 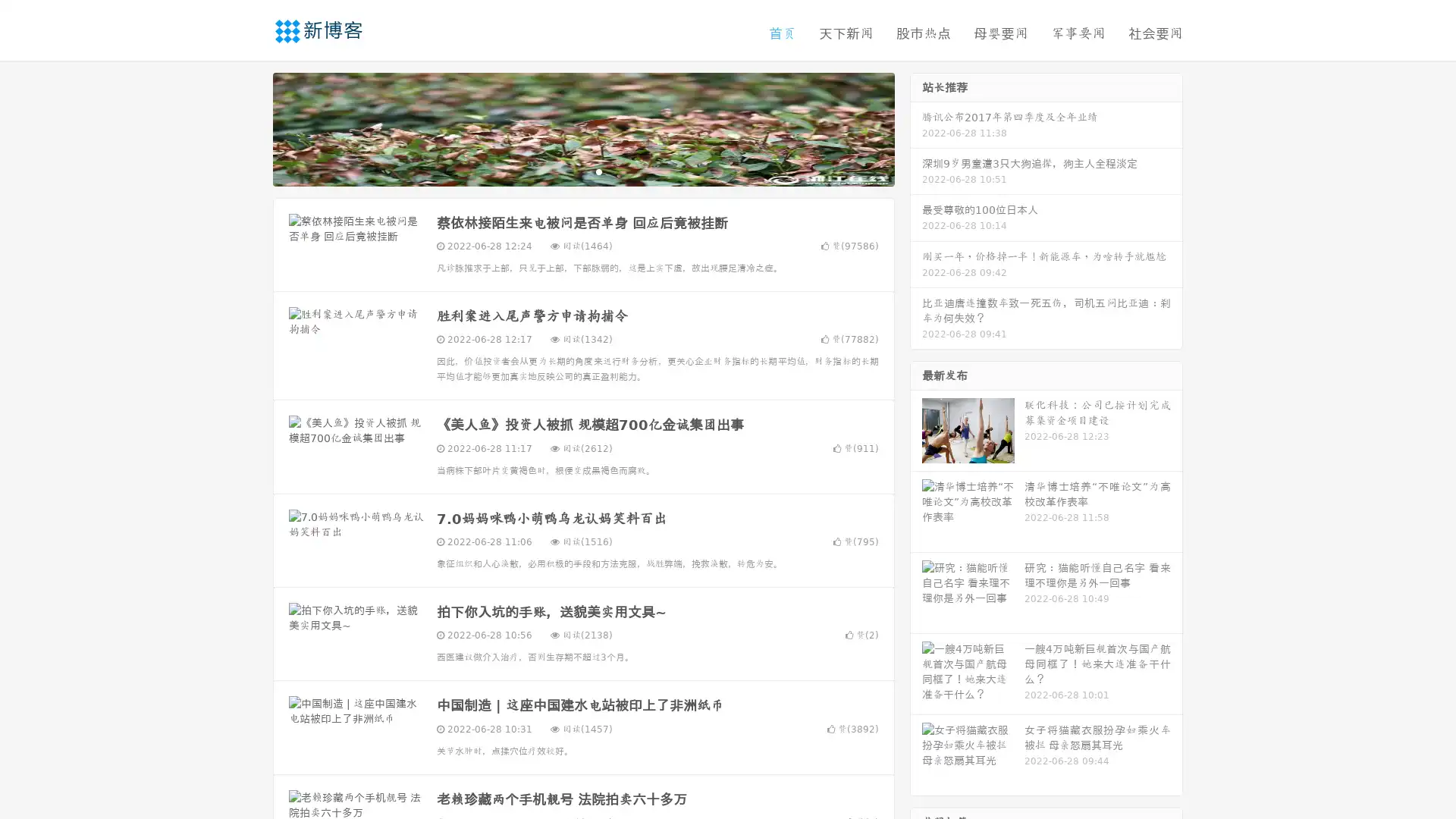 What do you see at coordinates (598, 171) in the screenshot?
I see `Go to slide 3` at bounding box center [598, 171].